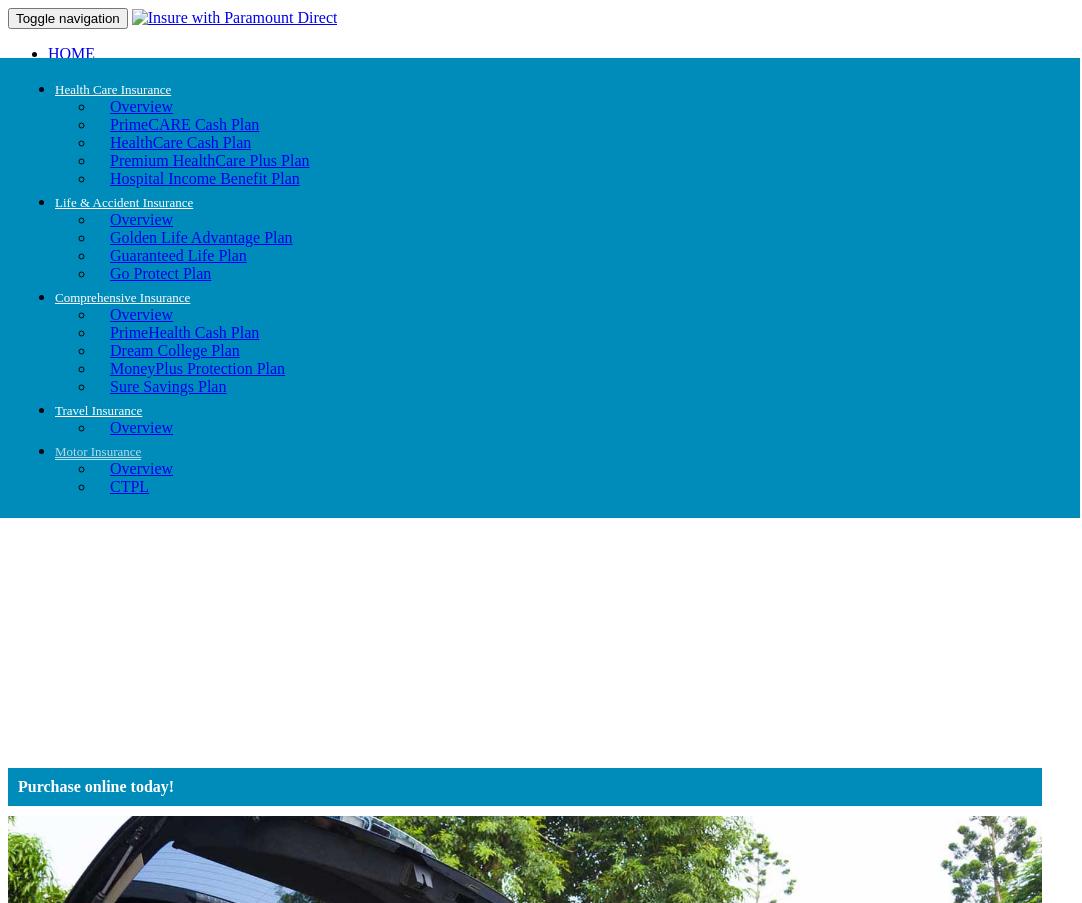 The height and width of the screenshot is (903, 1082). What do you see at coordinates (76, 300) in the screenshot?
I see `'Coop'` at bounding box center [76, 300].